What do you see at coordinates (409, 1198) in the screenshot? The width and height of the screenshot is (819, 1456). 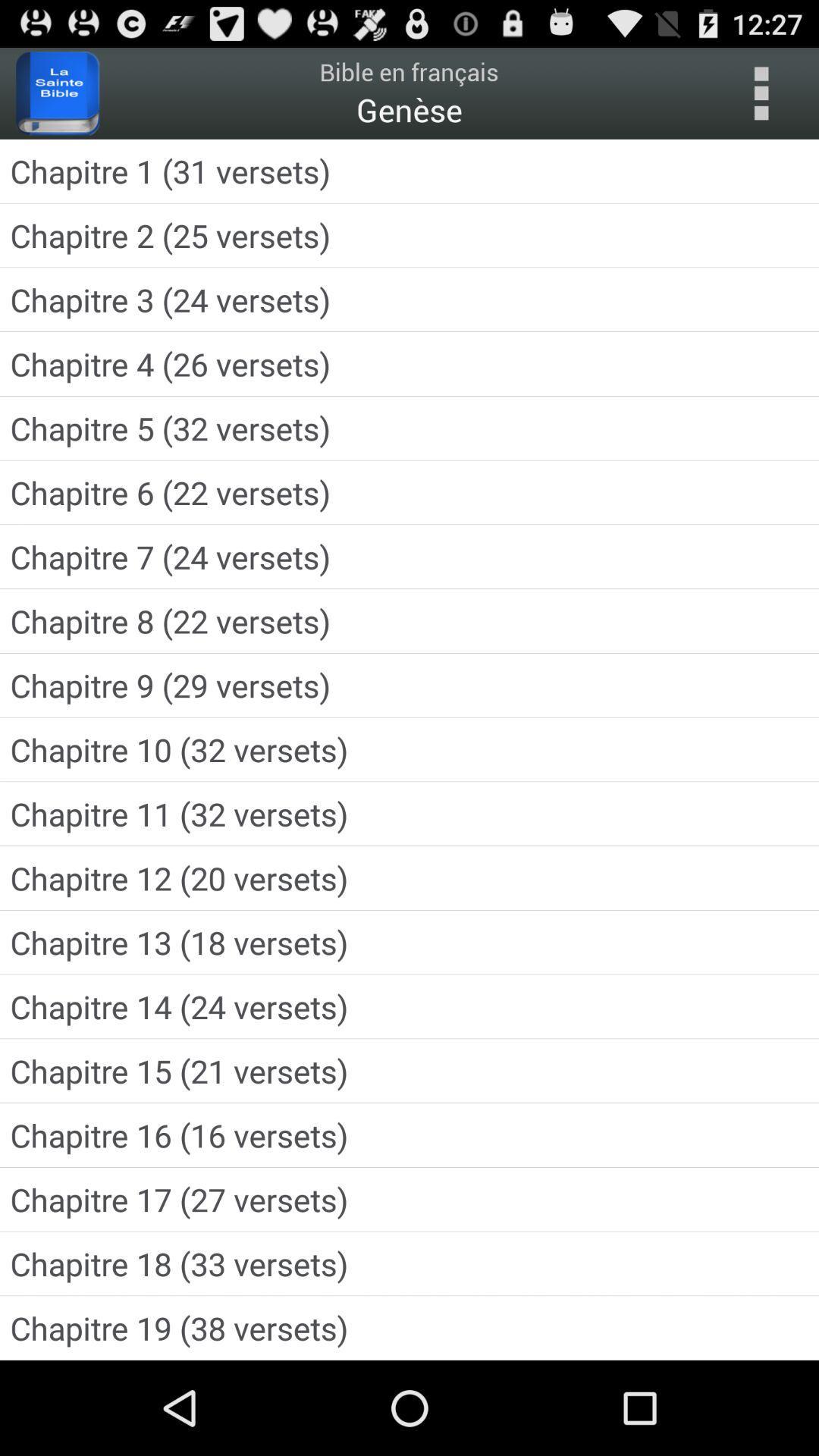 I see `the chapitre 17 27` at bounding box center [409, 1198].